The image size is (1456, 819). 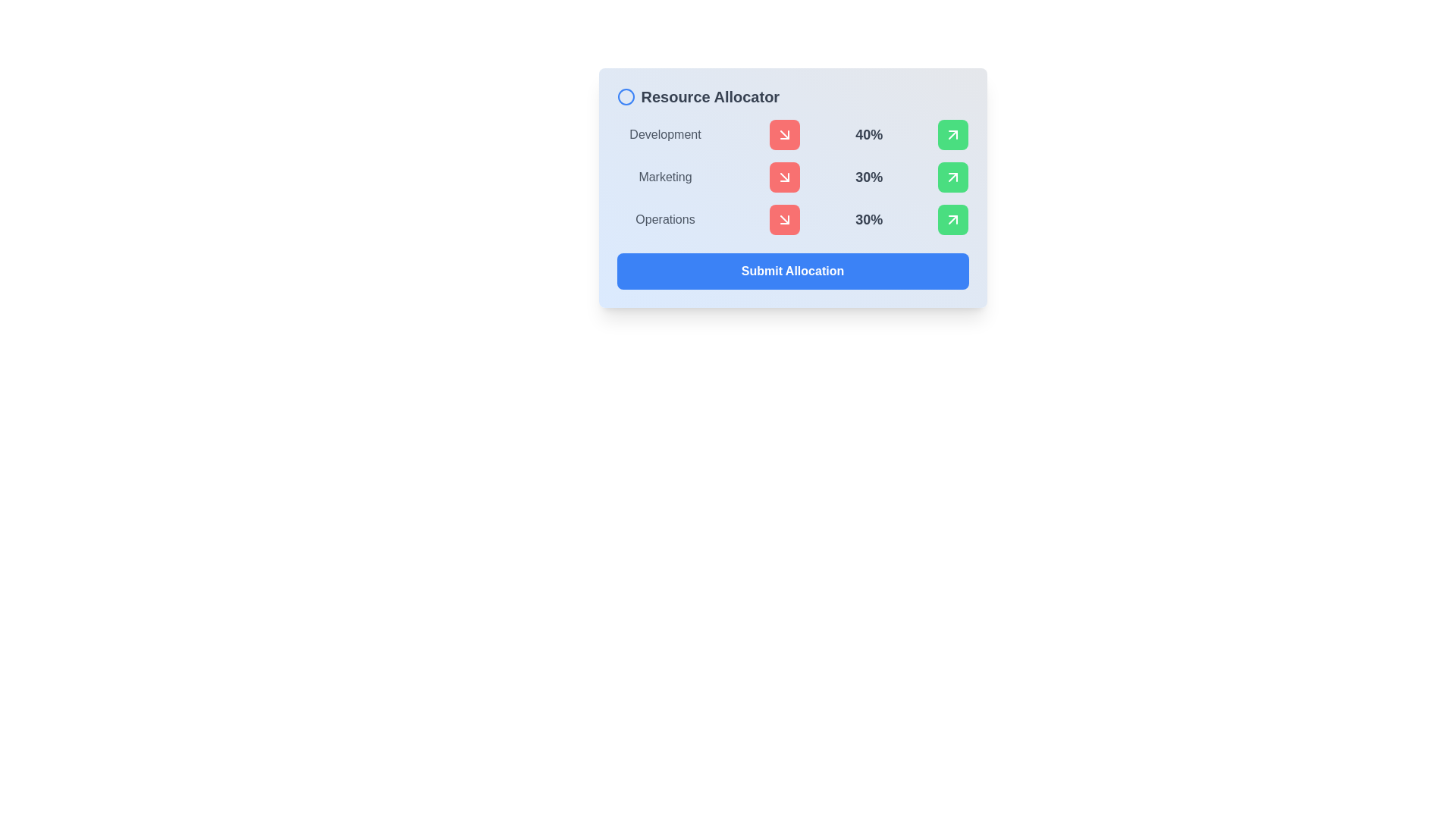 What do you see at coordinates (665, 133) in the screenshot?
I see `the static text label indicating the category 'Development', which is the first visible element in its row and serves as a title for the corresponding section` at bounding box center [665, 133].